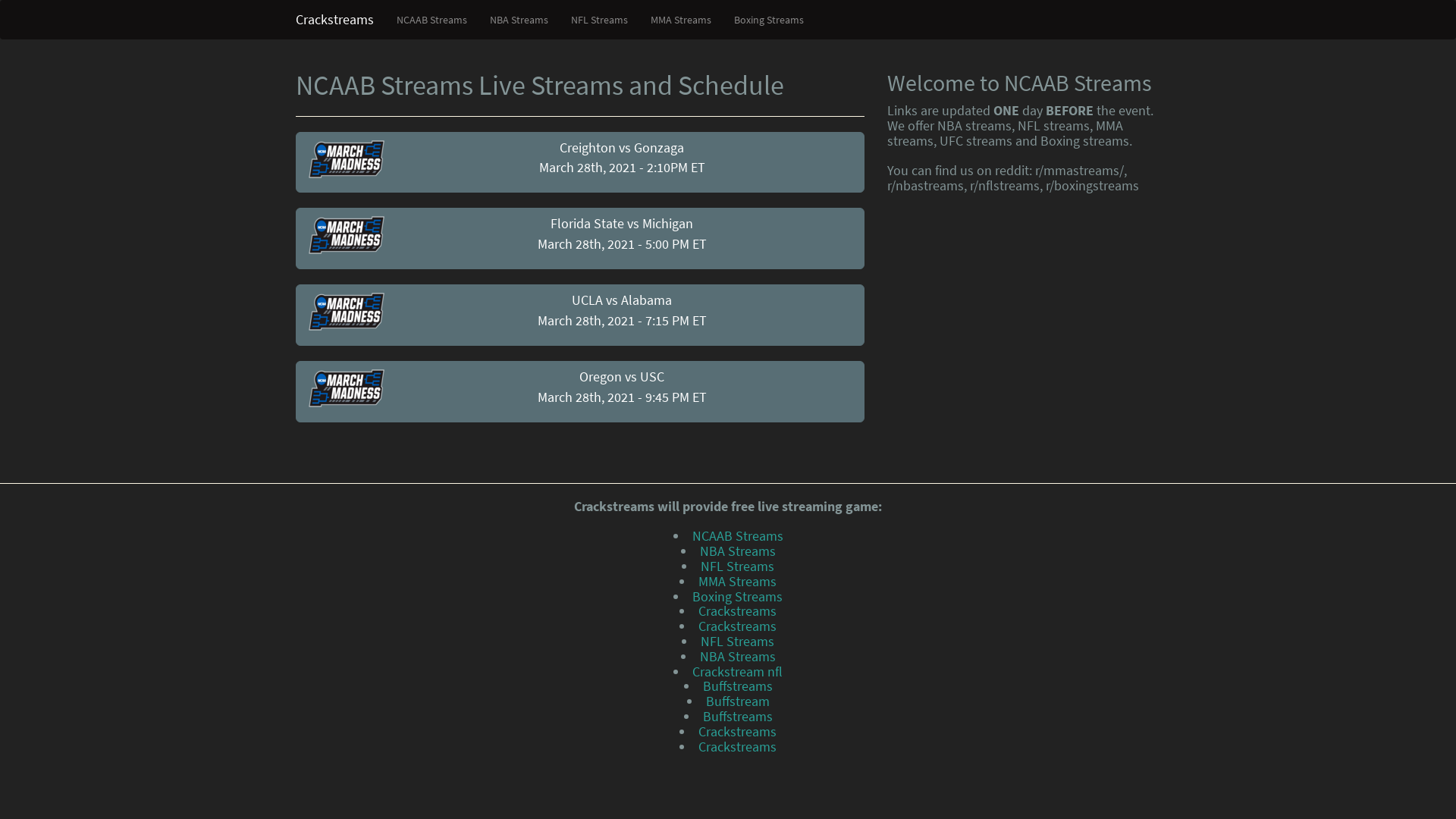 The height and width of the screenshot is (819, 1456). Describe the element at coordinates (704, 701) in the screenshot. I see `'Buffstream'` at that location.